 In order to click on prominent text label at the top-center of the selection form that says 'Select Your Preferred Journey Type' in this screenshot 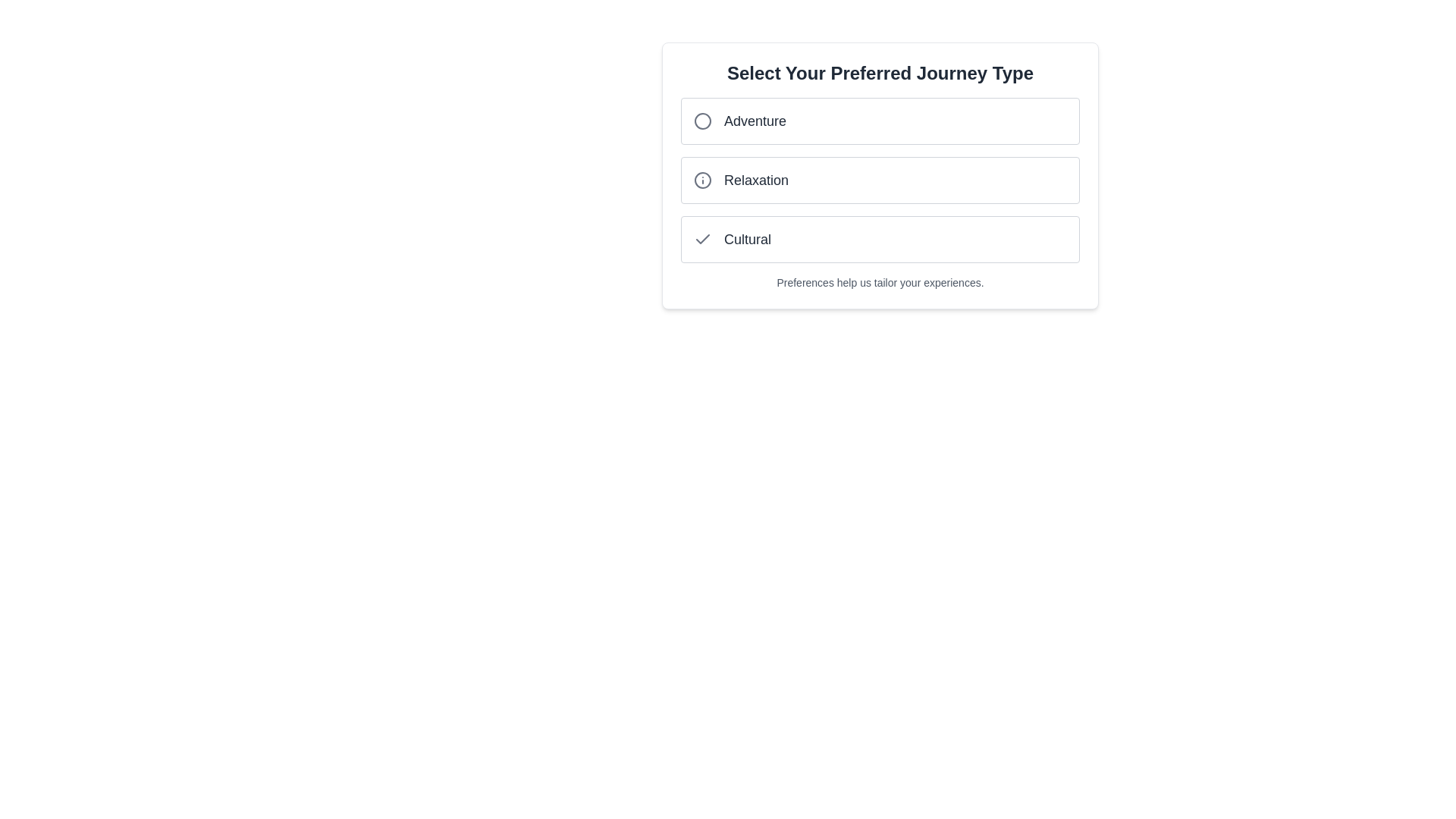, I will do `click(880, 73)`.